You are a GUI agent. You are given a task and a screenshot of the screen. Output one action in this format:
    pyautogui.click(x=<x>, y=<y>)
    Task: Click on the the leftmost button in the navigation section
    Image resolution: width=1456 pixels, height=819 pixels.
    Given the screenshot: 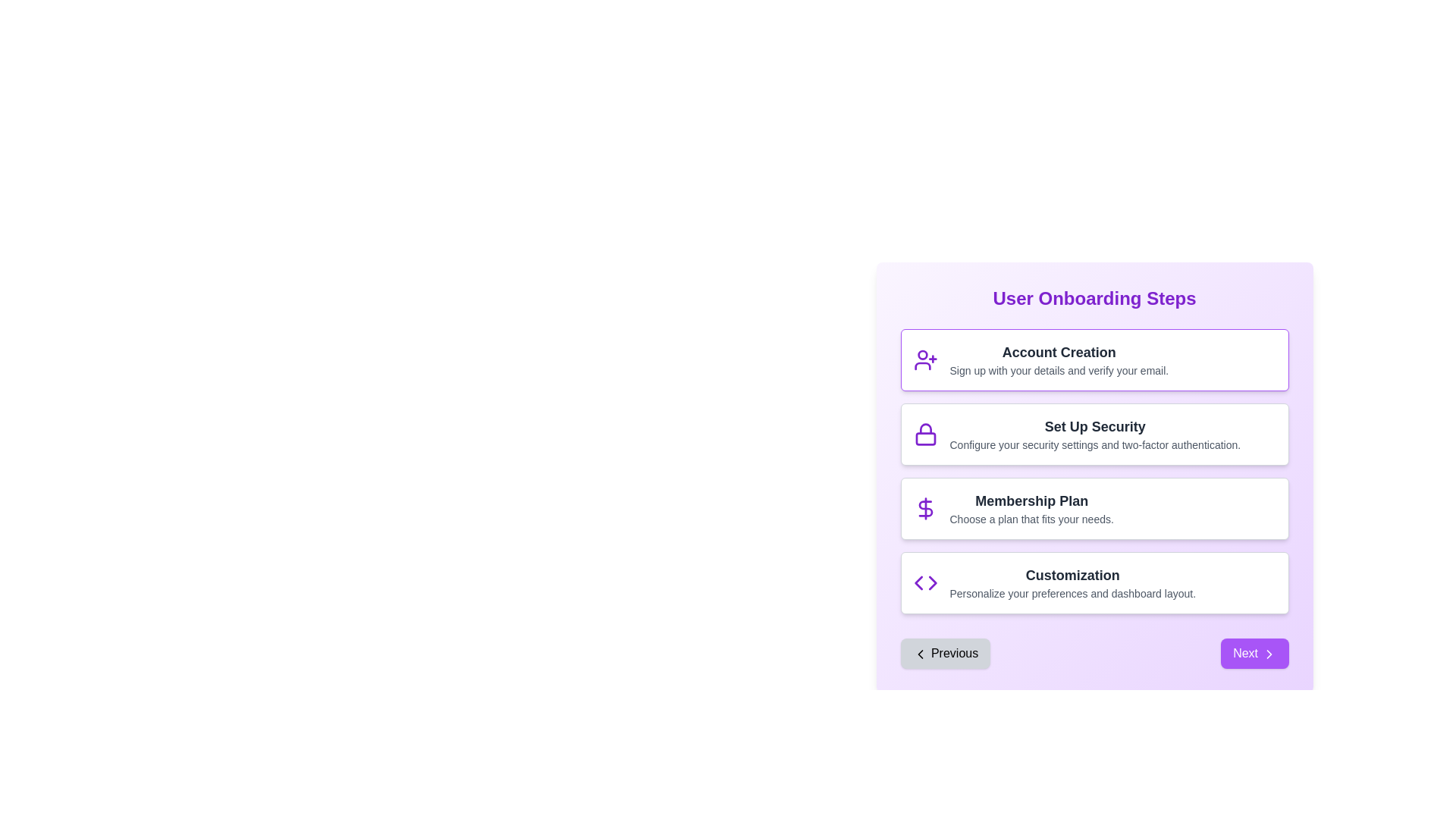 What is the action you would take?
    pyautogui.click(x=944, y=652)
    